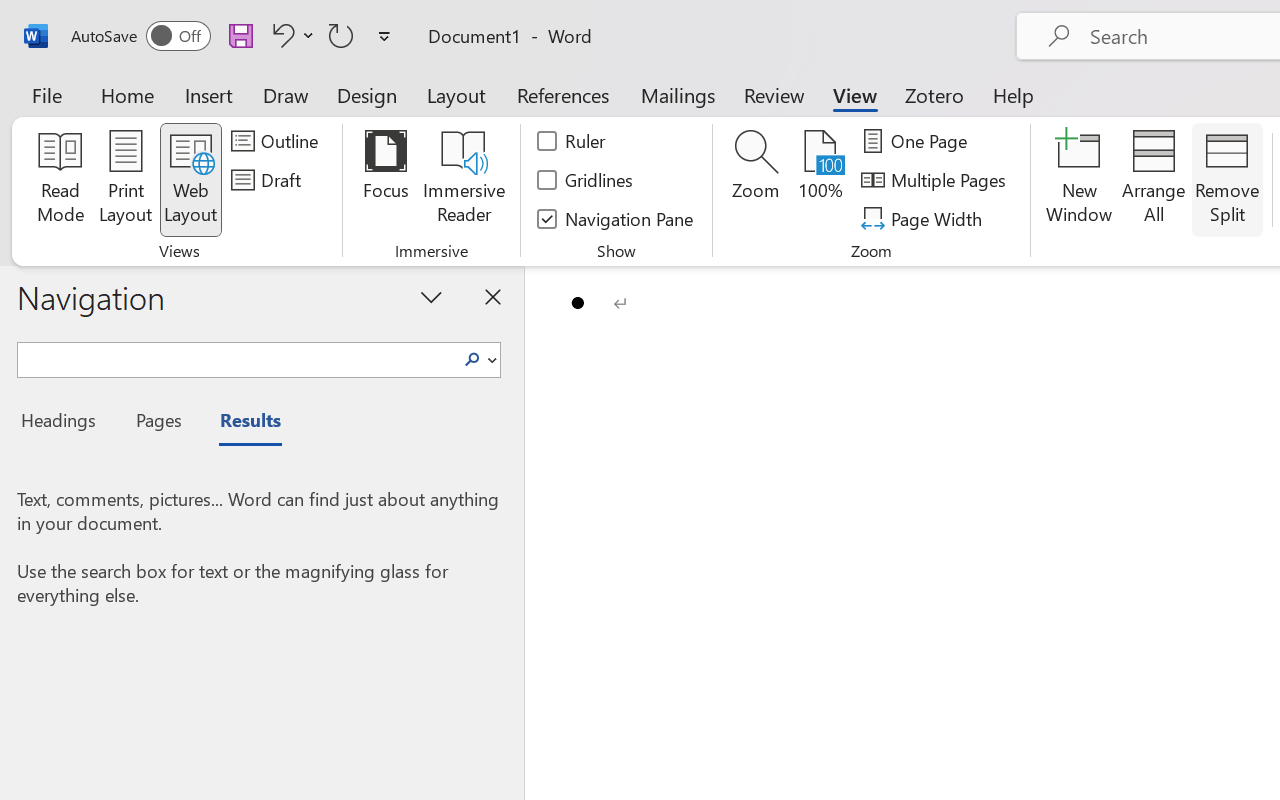 The image size is (1280, 800). I want to click on 'Outline', so click(277, 141).